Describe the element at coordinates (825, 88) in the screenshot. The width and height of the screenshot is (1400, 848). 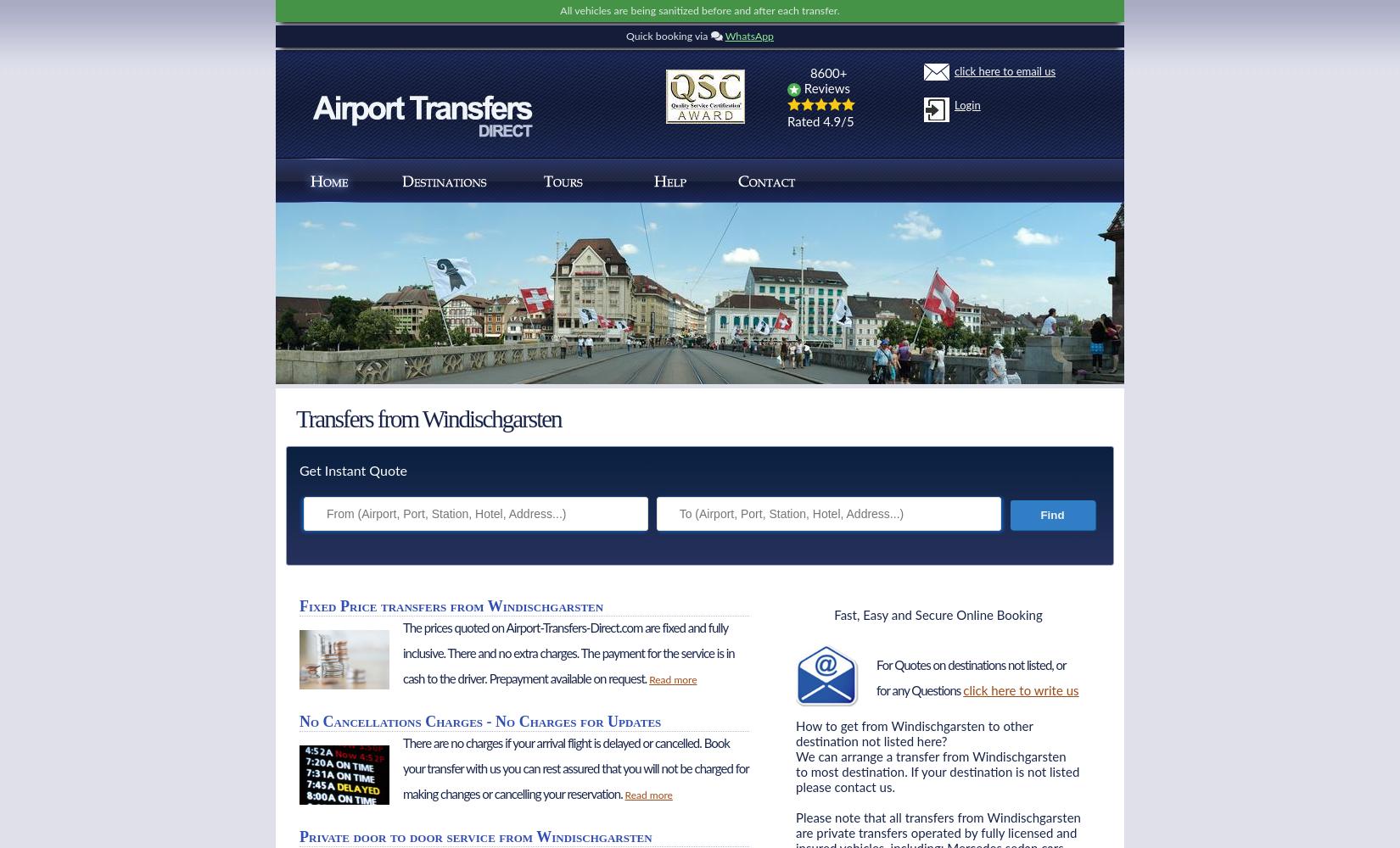
I see `'Reviews'` at that location.